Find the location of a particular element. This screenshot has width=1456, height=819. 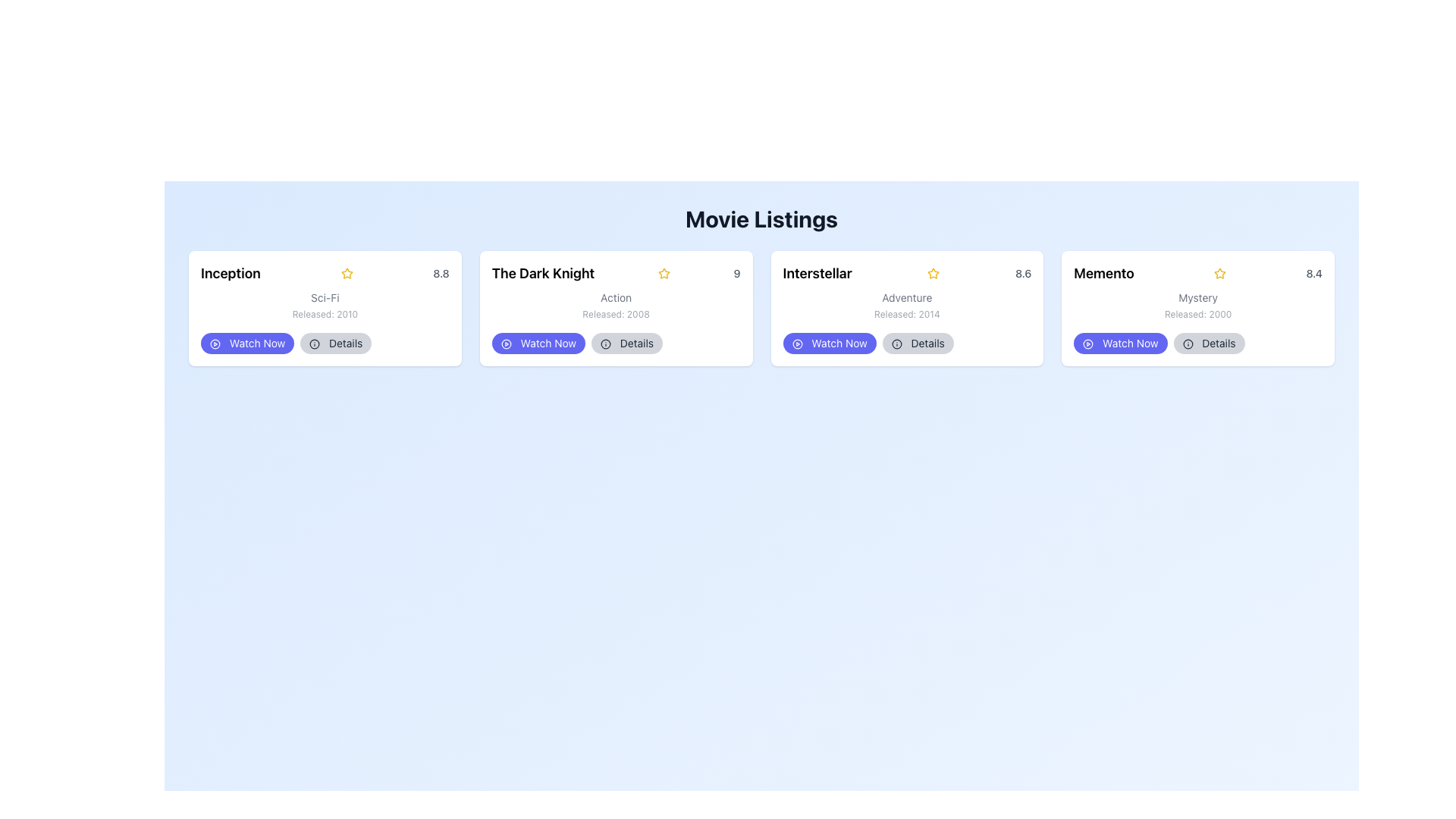

the text label that displays 'Released: 2010' within the movie card for 'Inception', which is styled with a small font size and gray color is located at coordinates (324, 314).